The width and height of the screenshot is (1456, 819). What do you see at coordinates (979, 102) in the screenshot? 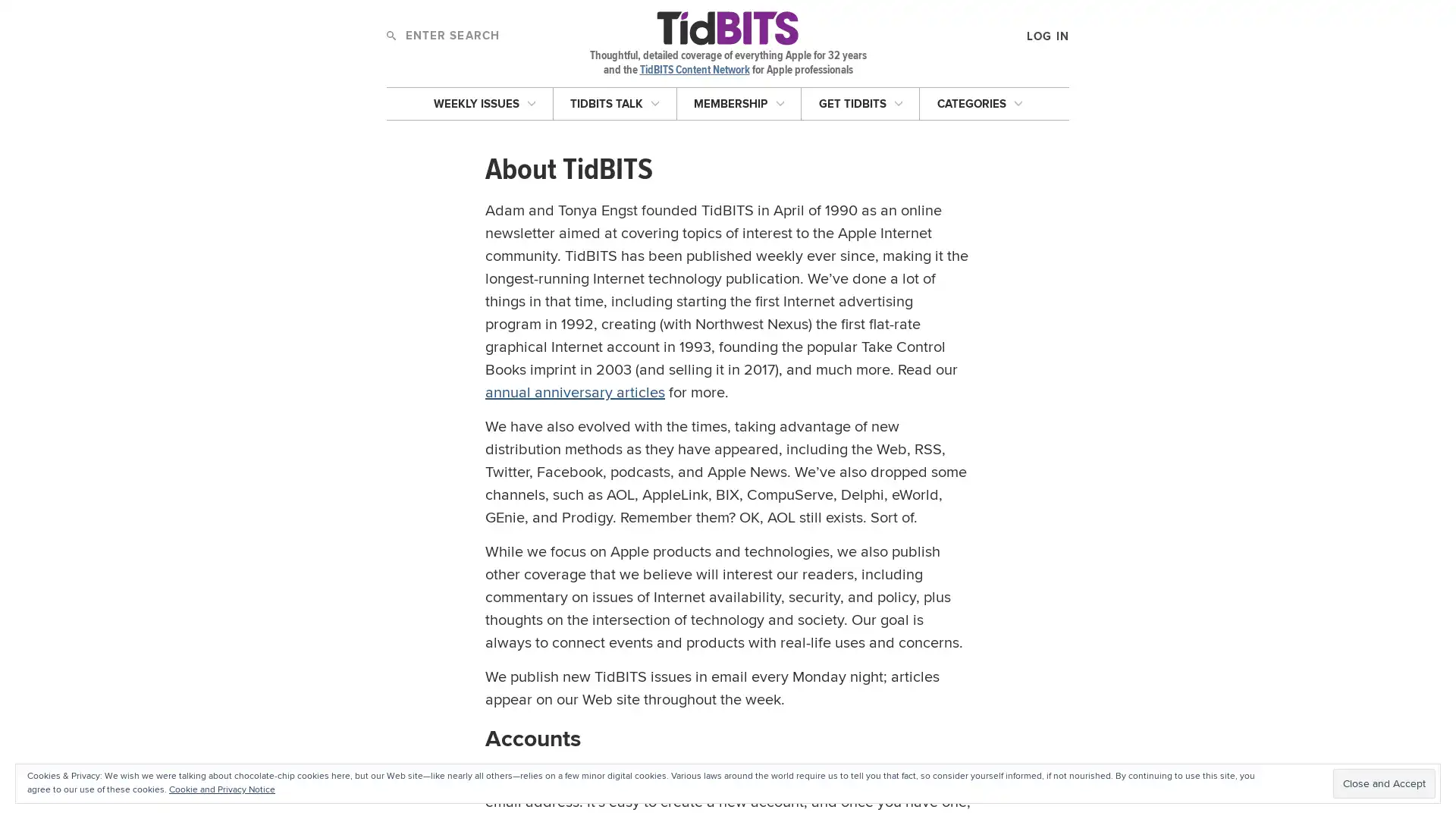
I see `CATEGORIES` at bounding box center [979, 102].